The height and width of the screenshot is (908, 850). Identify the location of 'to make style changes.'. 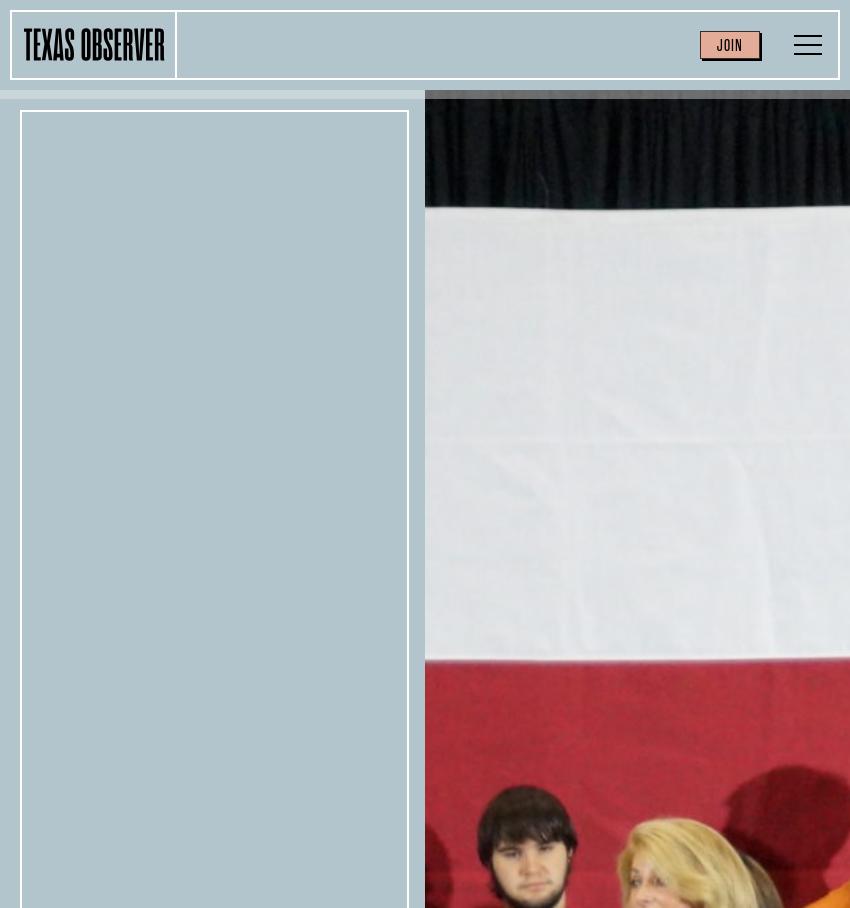
(603, 813).